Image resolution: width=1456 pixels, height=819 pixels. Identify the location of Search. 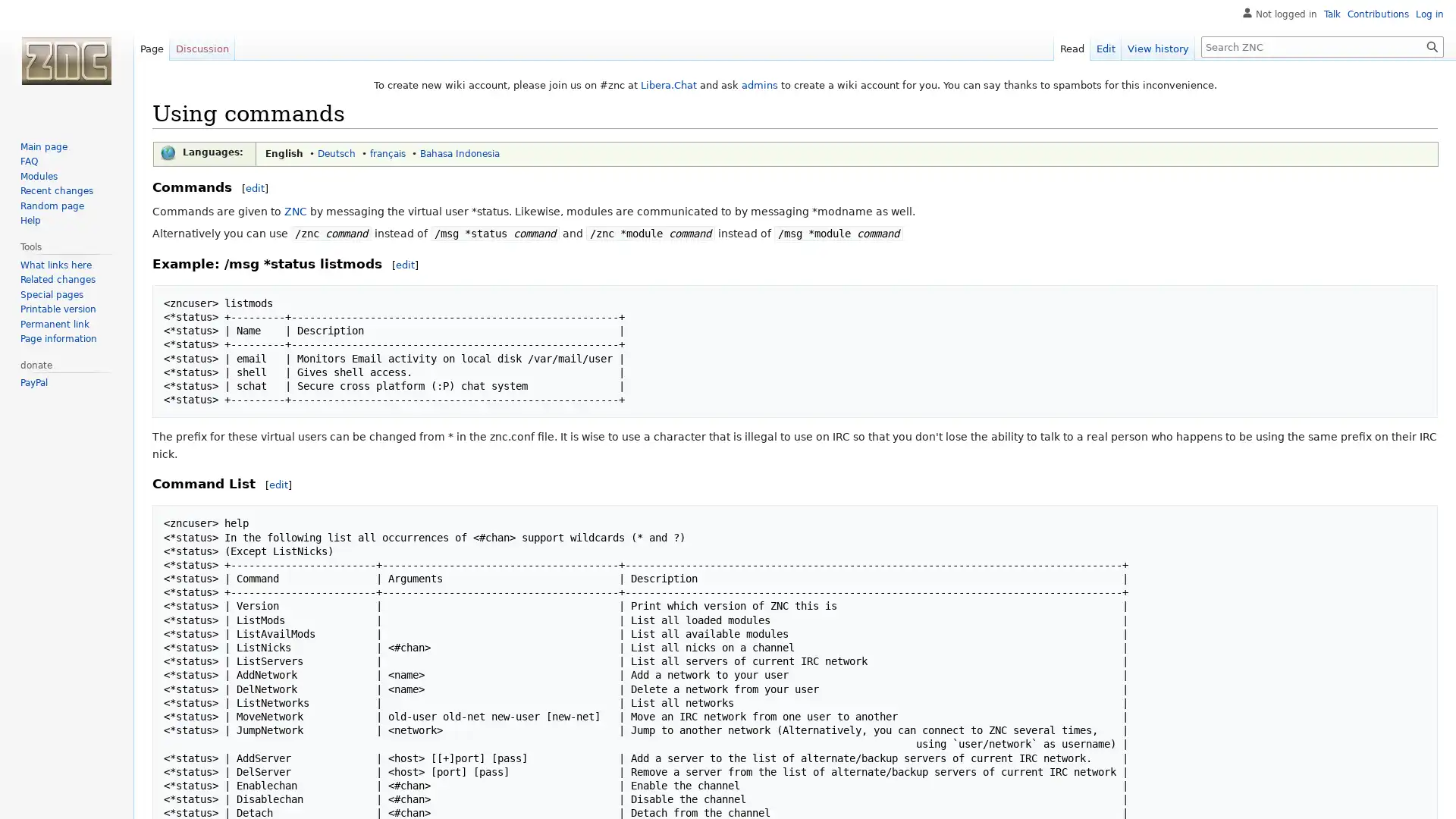
(1432, 45).